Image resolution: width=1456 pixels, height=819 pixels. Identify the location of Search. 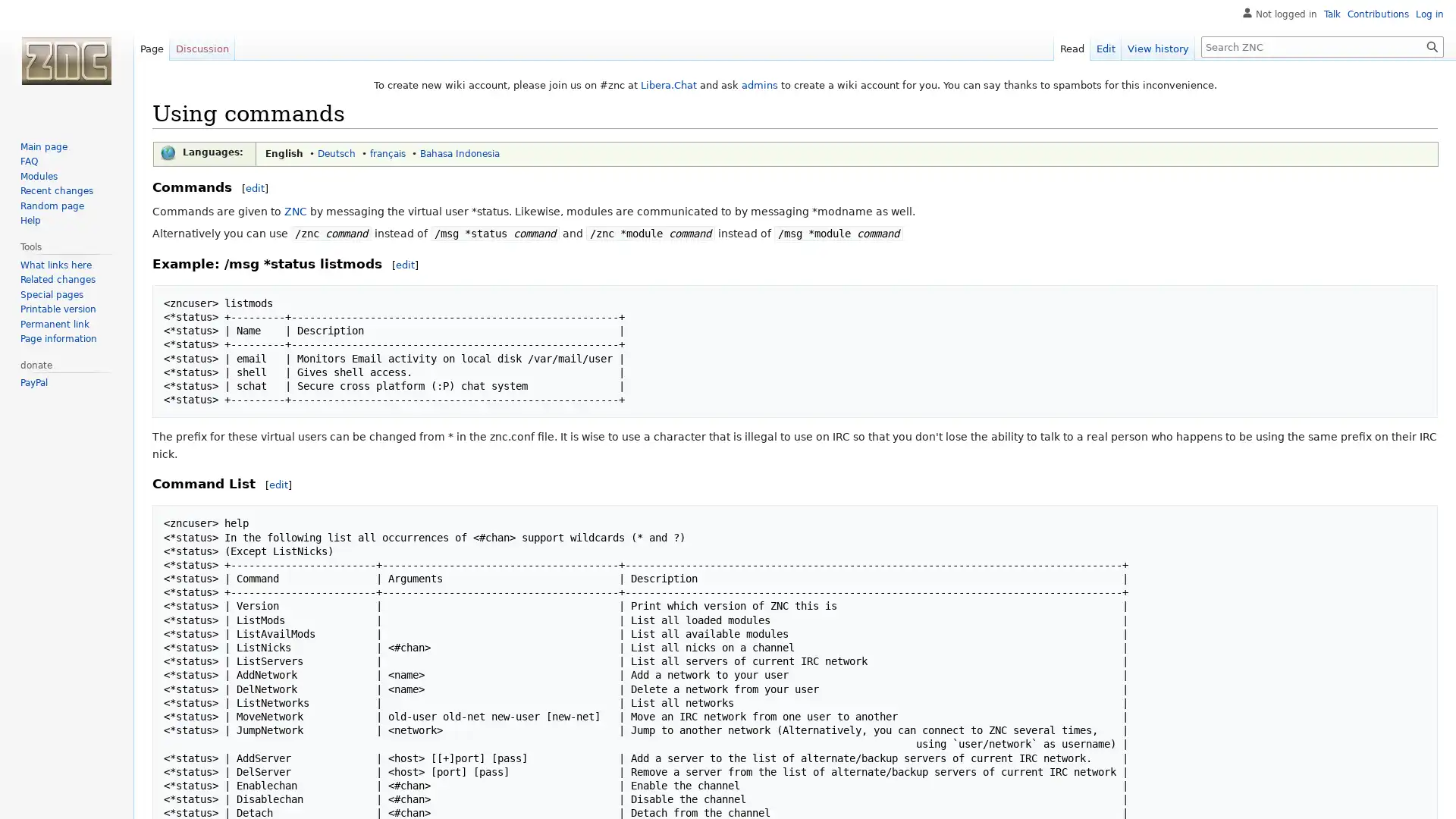
(1432, 45).